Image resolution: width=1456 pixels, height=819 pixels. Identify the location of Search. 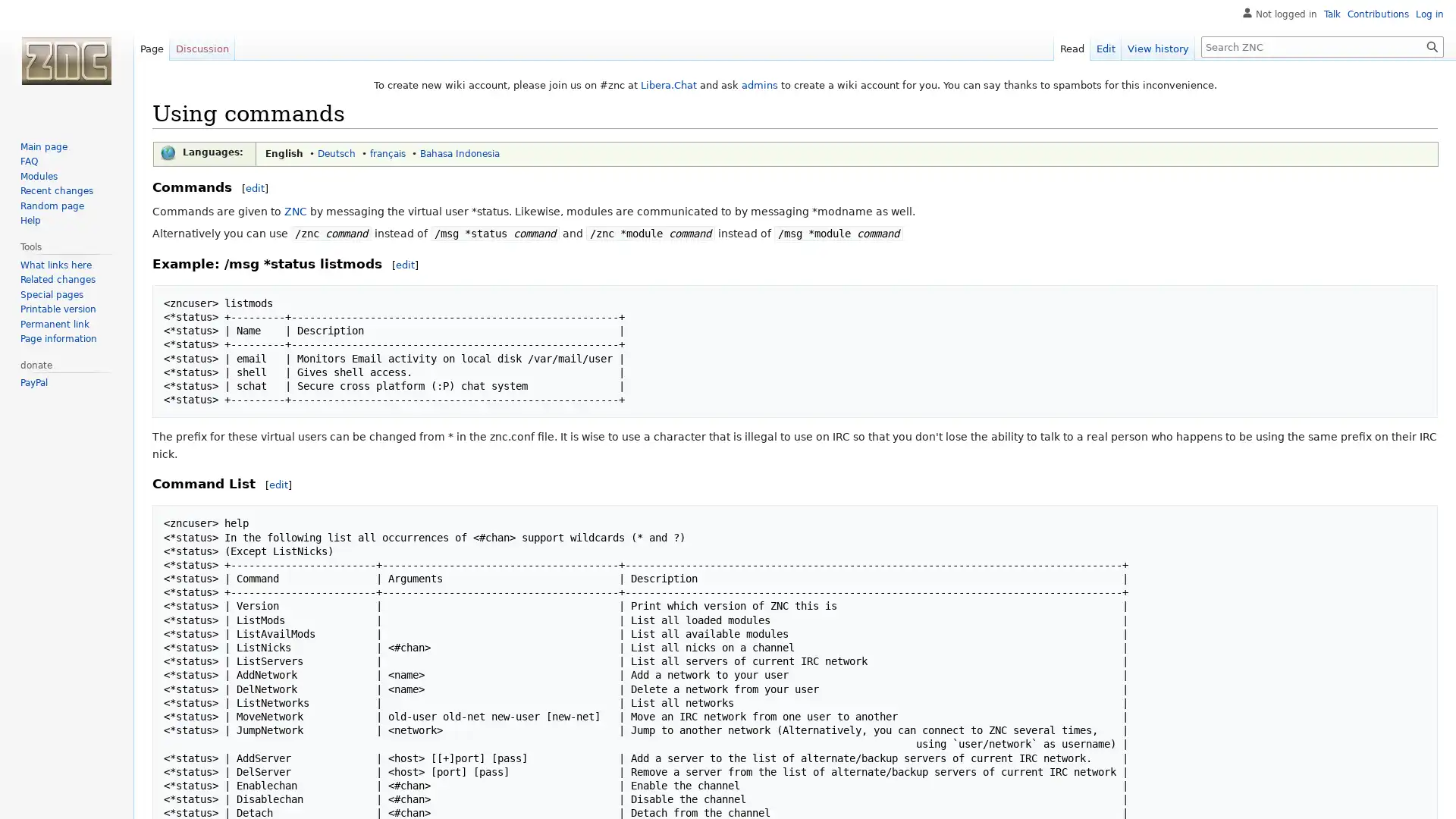
(1432, 45).